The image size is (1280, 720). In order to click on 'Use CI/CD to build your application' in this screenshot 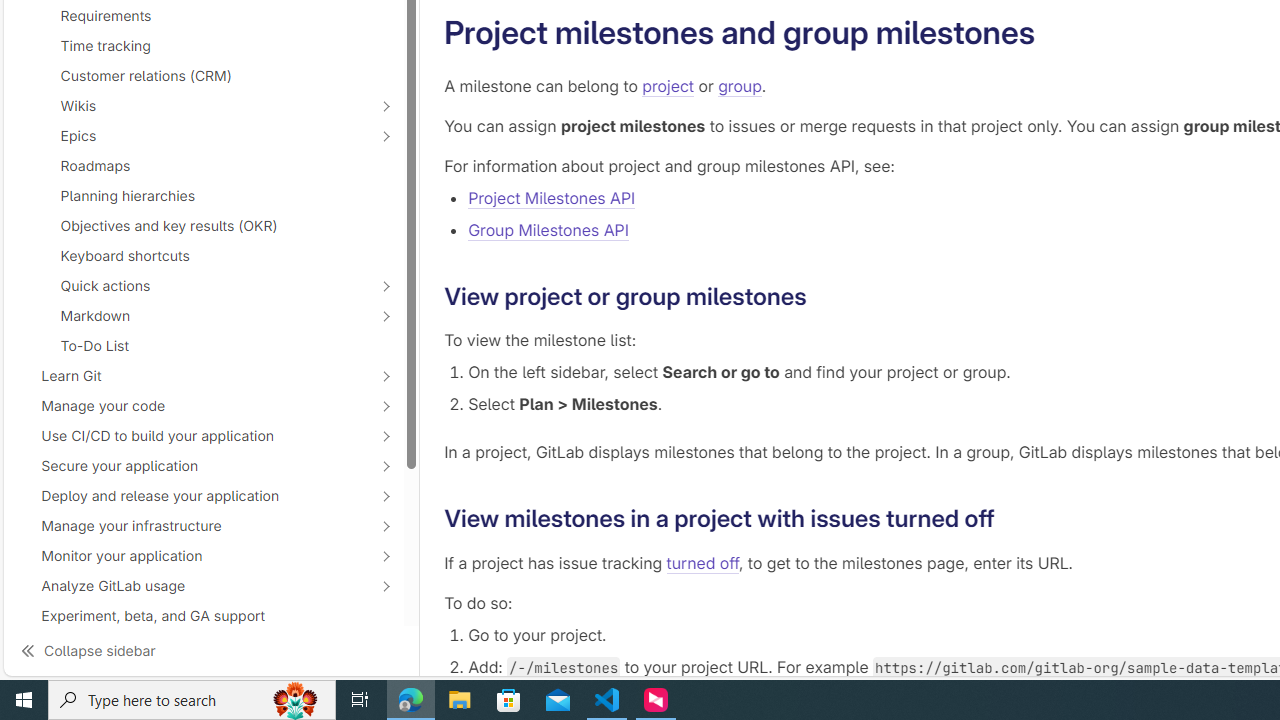, I will do `click(192, 434)`.